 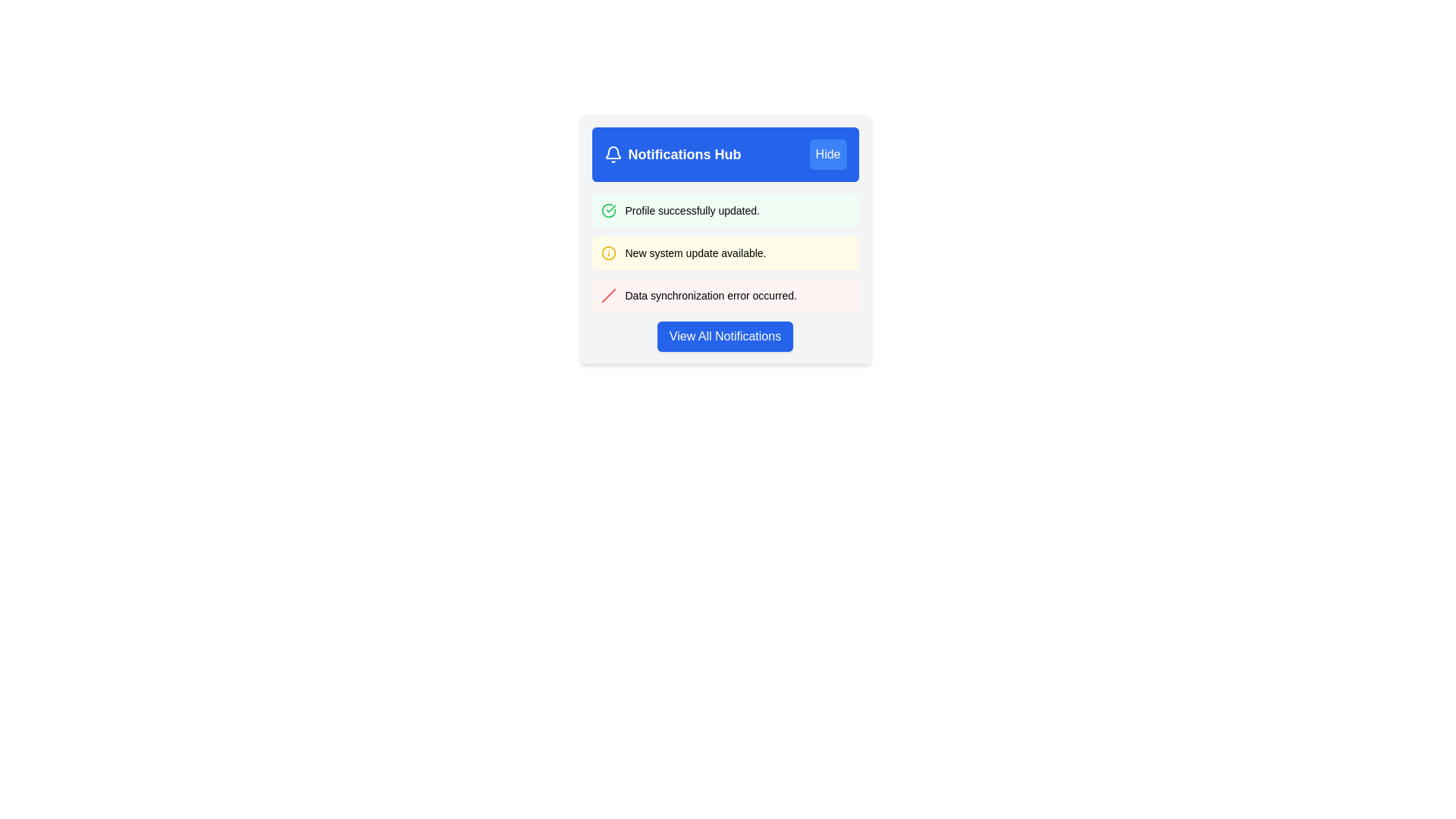 I want to click on the button located at the bottom of the notification panel, so click(x=724, y=335).